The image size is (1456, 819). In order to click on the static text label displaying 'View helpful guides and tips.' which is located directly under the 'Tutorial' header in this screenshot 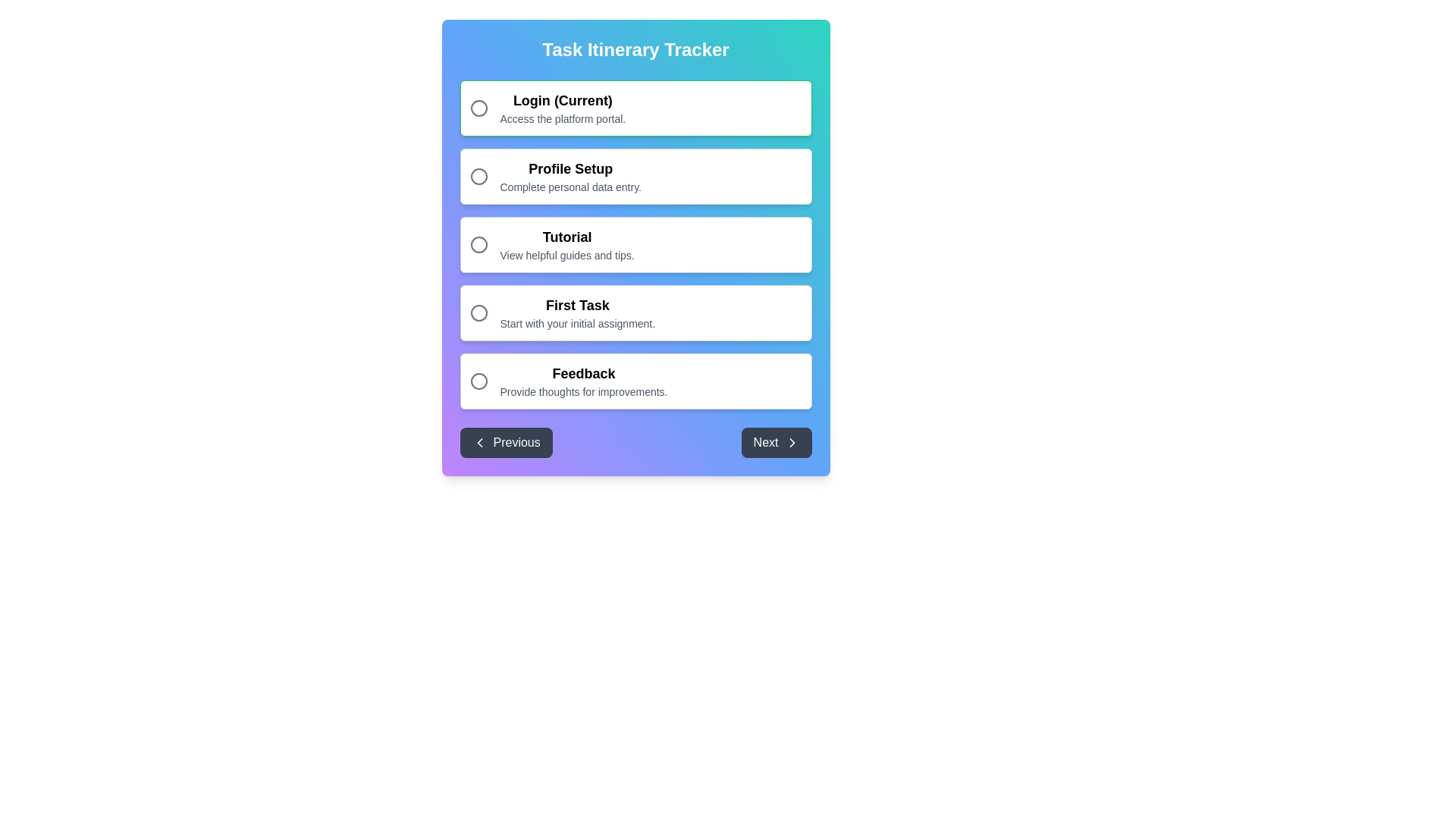, I will do `click(566, 254)`.